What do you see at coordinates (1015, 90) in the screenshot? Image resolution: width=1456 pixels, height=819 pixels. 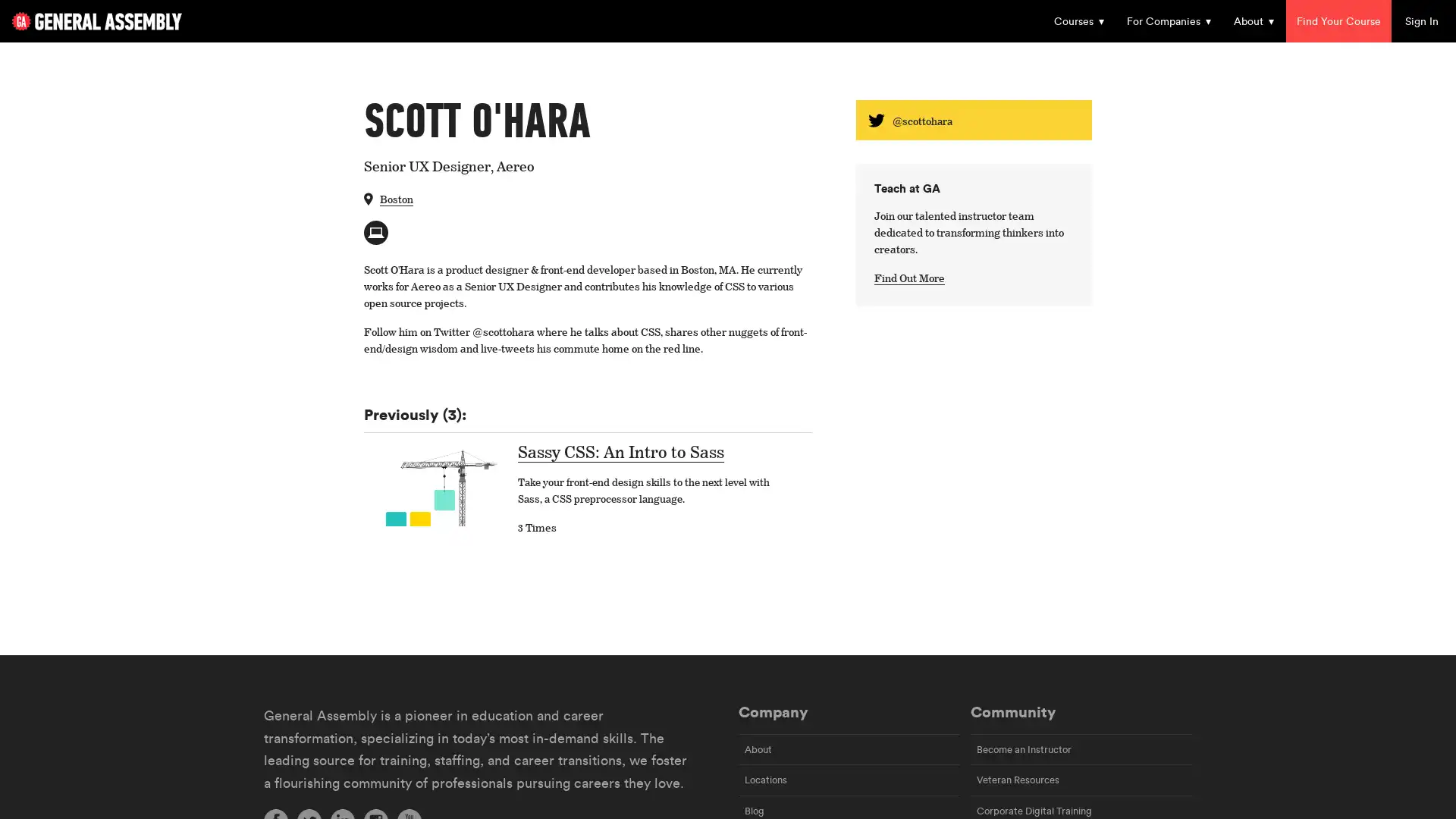 I see `Close` at bounding box center [1015, 90].